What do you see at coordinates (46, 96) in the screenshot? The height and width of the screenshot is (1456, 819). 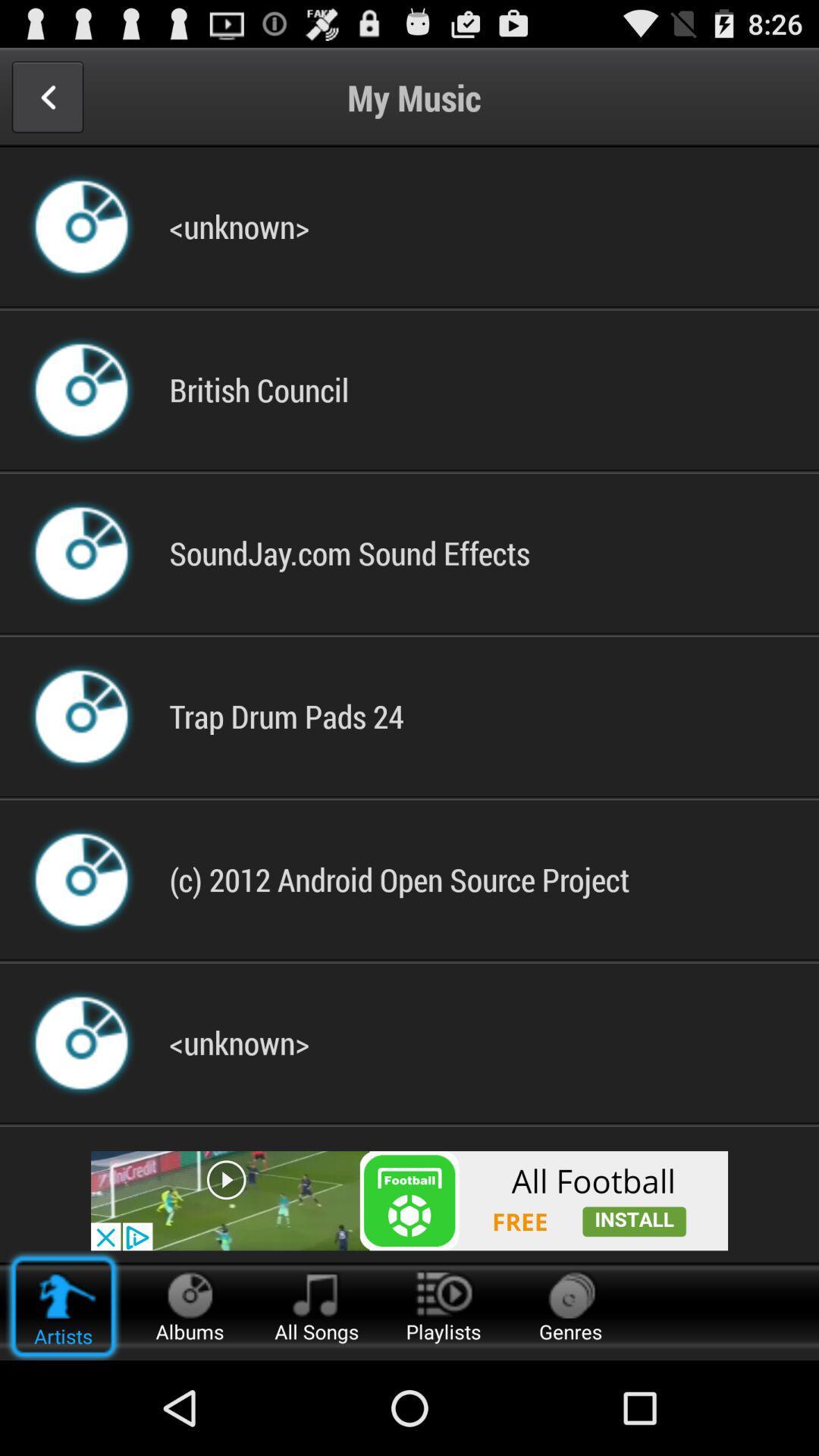 I see `previous` at bounding box center [46, 96].